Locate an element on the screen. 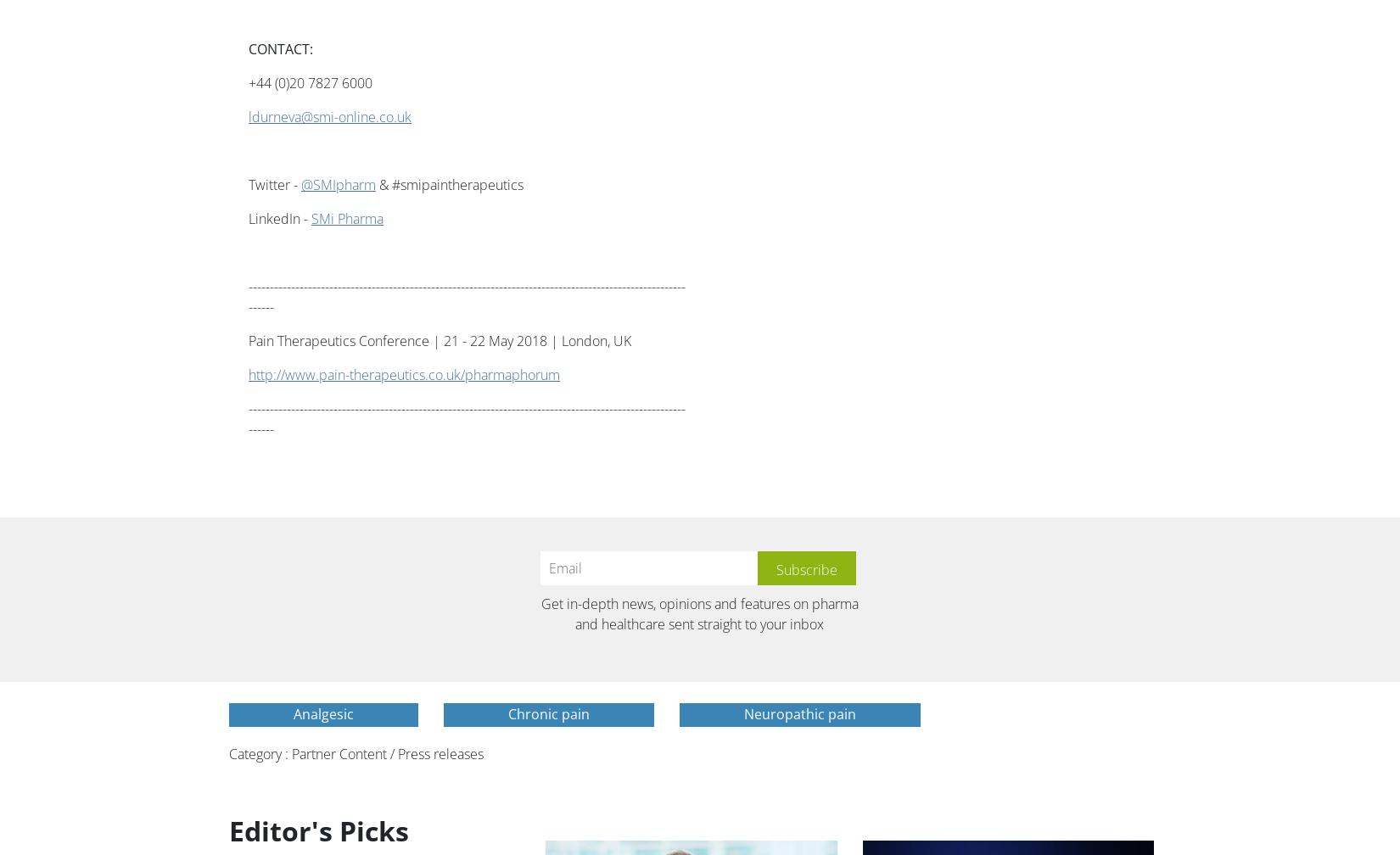 The image size is (1400, 855). 'SMi Pharma' is located at coordinates (347, 219).